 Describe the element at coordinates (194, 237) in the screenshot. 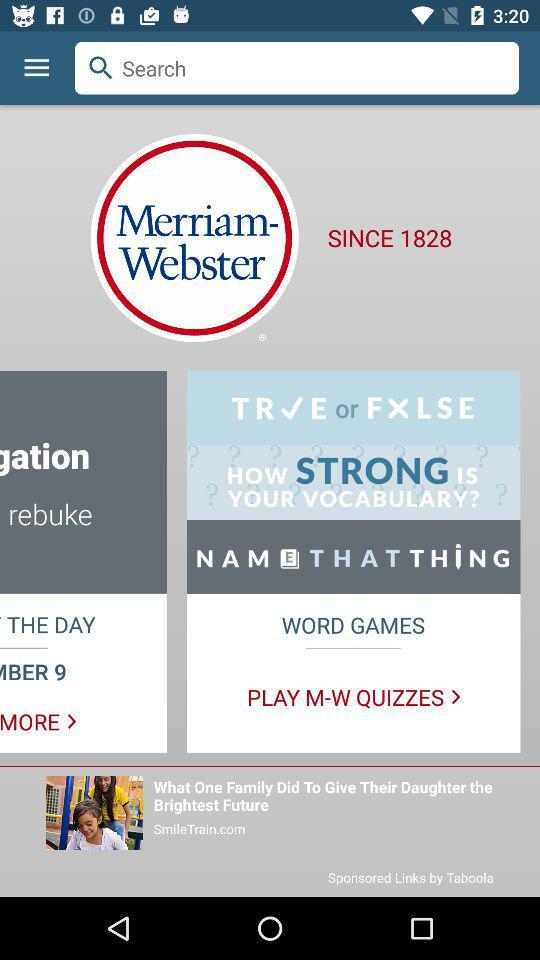

I see `the logo which is below the search bar` at that location.